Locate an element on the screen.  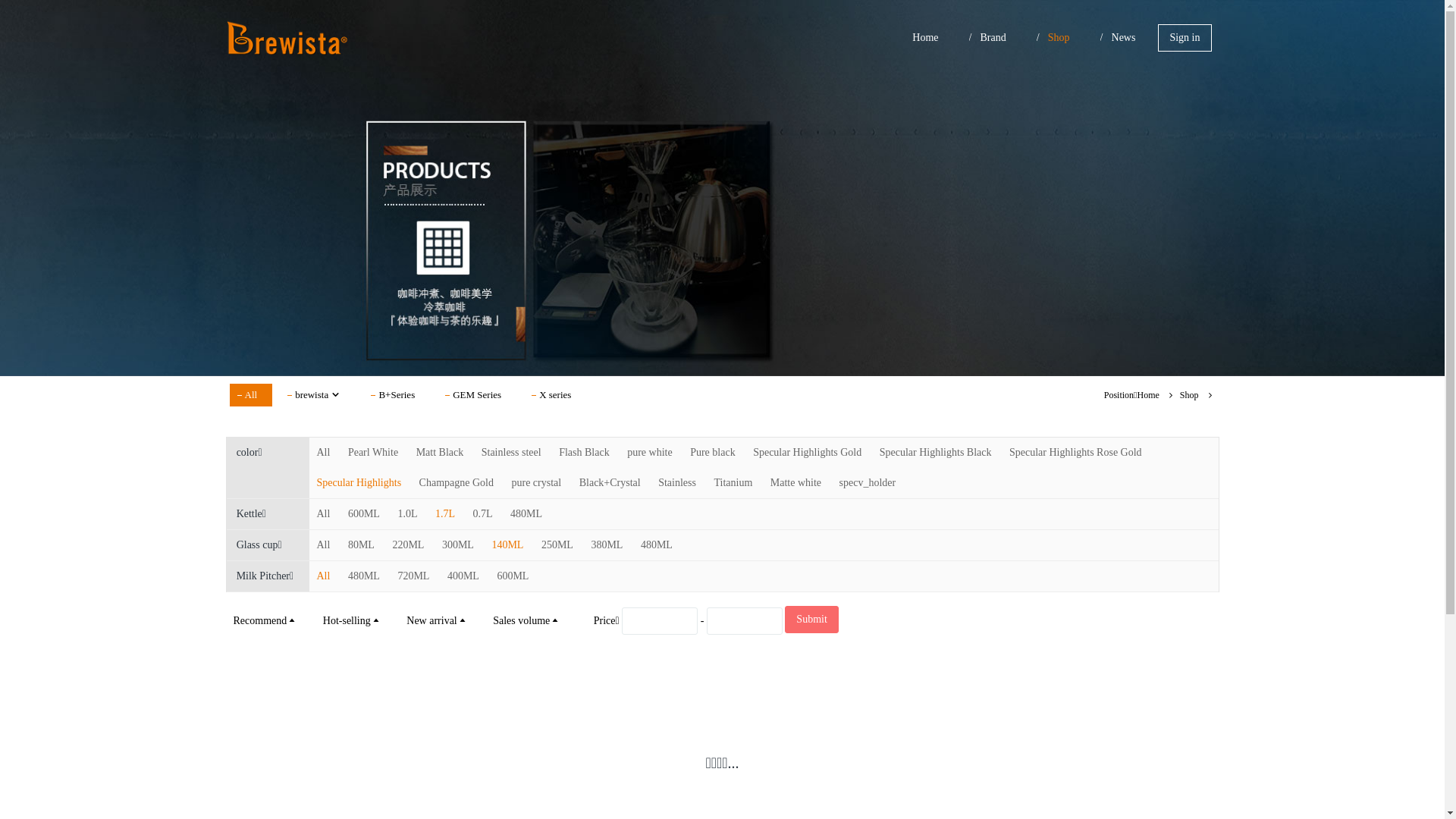
'X series' is located at coordinates (554, 394).